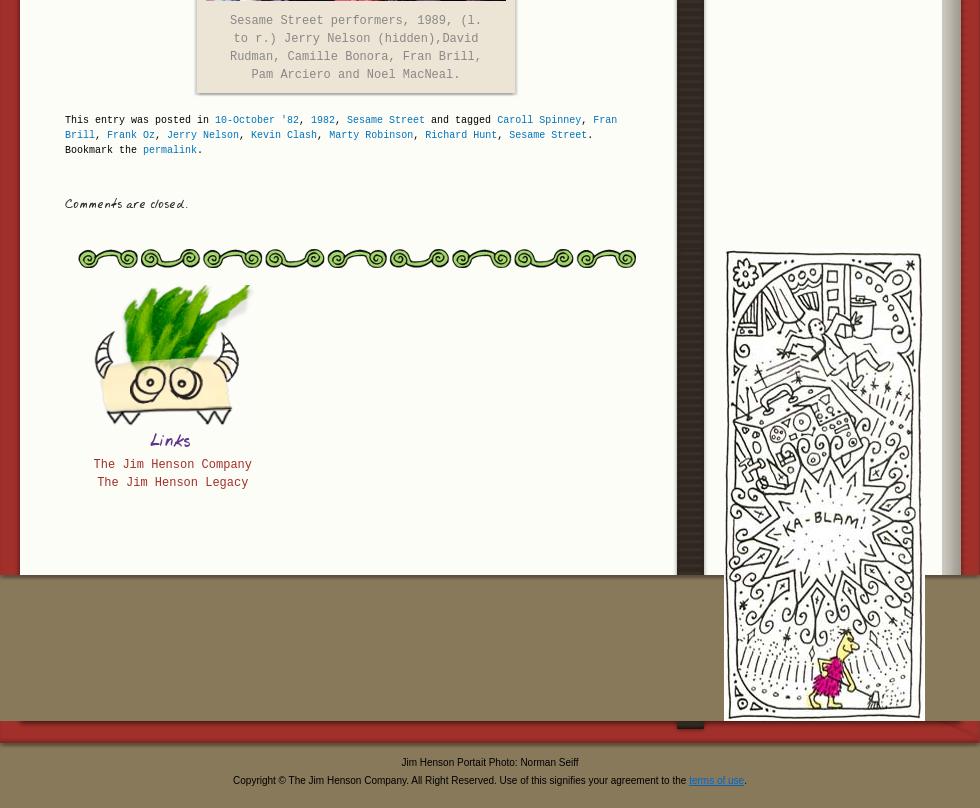  I want to click on 'Jim Henson Portait Photo: Norman Seiff', so click(489, 761).